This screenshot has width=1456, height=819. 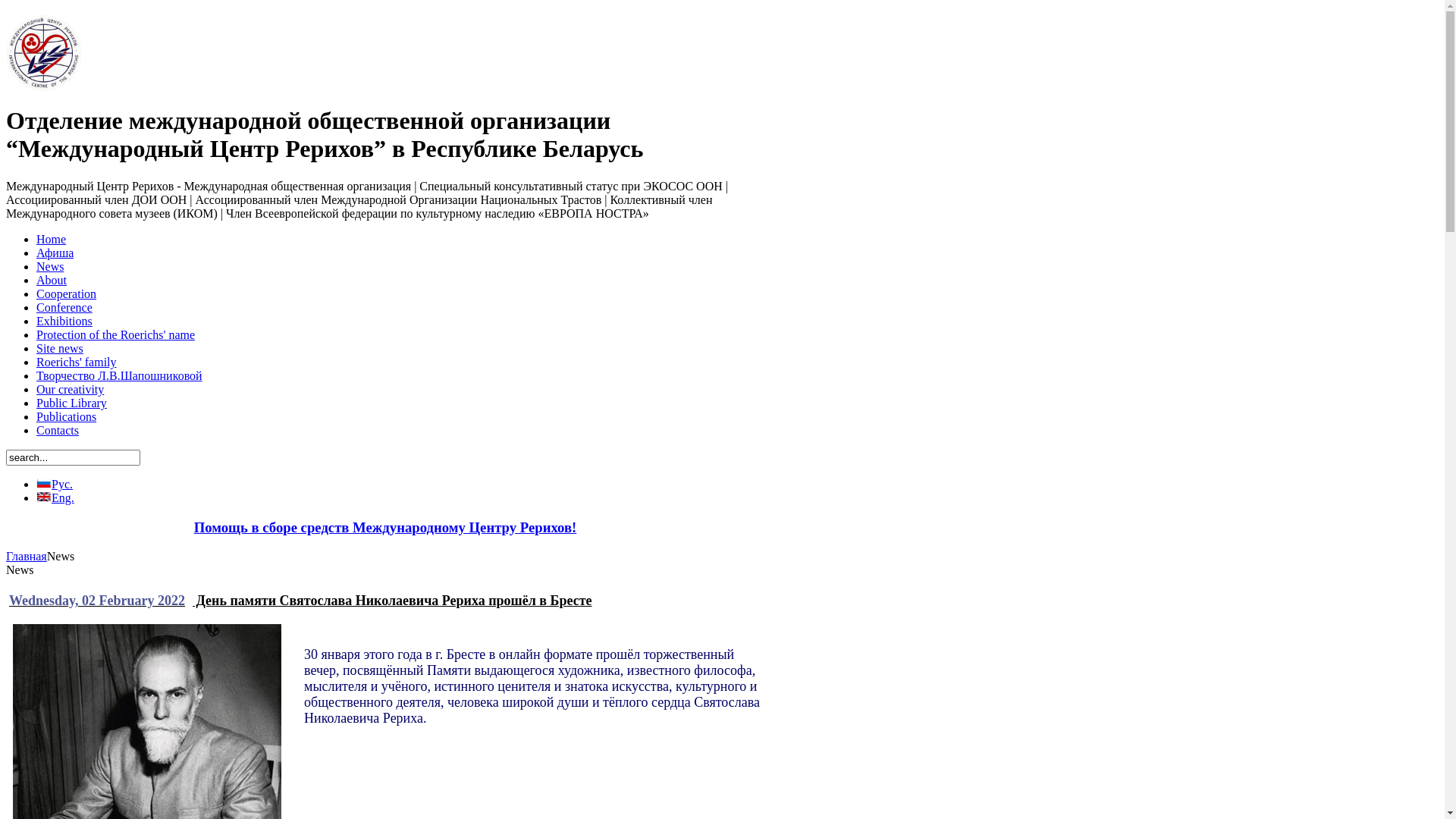 I want to click on 'Site news', so click(x=59, y=348).